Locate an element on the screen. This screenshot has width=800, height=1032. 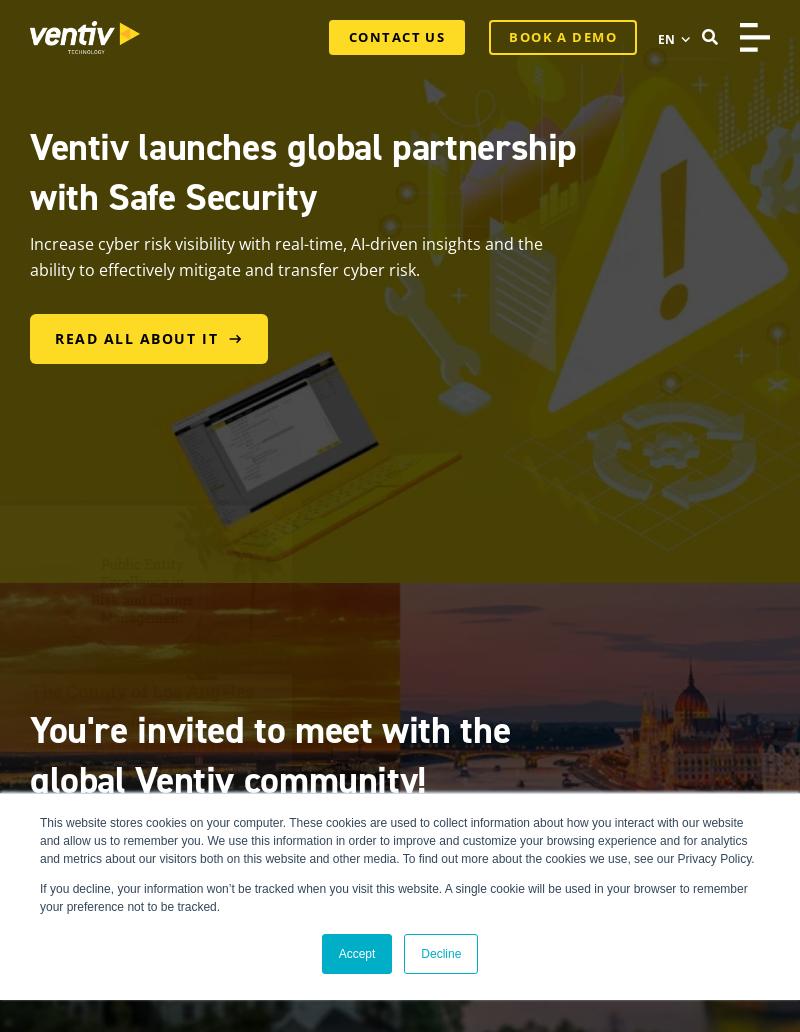
'Join Ventiv's team and customers in Charleston, South Carolina or Budapest, Hungary in 2024 for keynotes, breakouts, trainings, networking, and fun outings.' is located at coordinates (279, 853).